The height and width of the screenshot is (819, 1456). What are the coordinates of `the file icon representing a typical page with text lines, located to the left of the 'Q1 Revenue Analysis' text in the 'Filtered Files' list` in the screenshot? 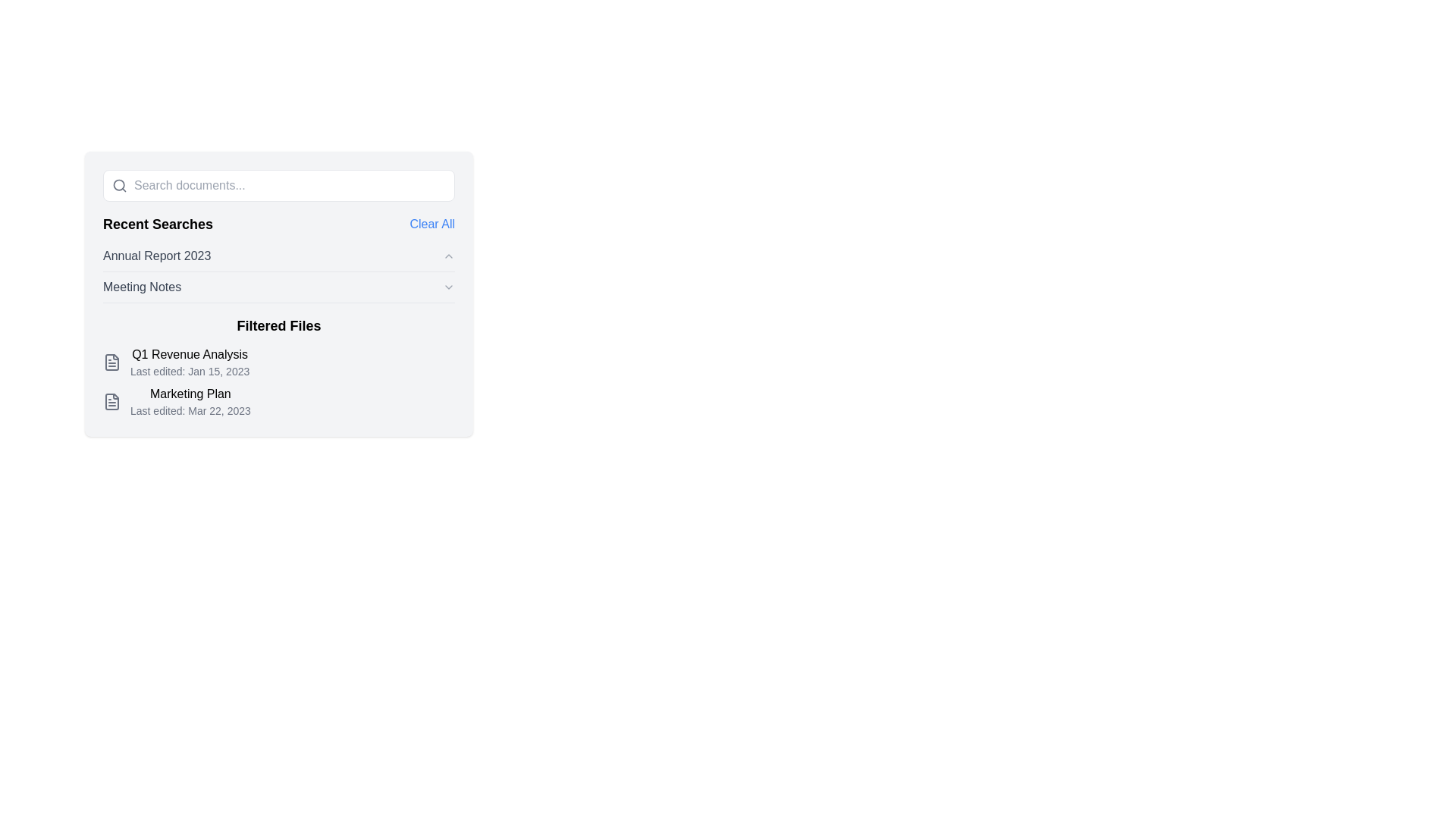 It's located at (111, 362).